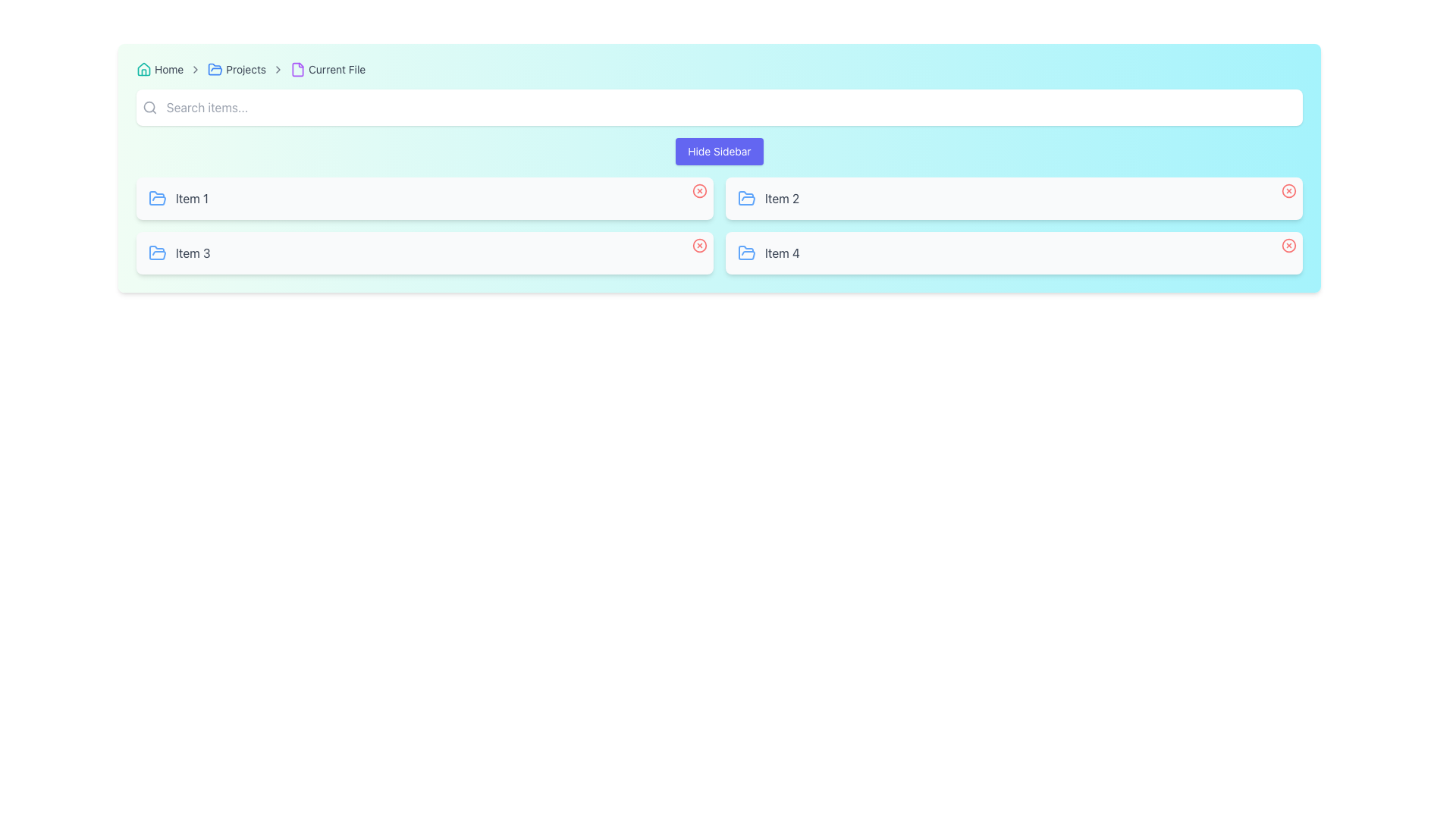 This screenshot has height=819, width=1456. Describe the element at coordinates (160, 70) in the screenshot. I see `the first Breadcrumb Navigation Item located at the top-left of the interface` at that location.